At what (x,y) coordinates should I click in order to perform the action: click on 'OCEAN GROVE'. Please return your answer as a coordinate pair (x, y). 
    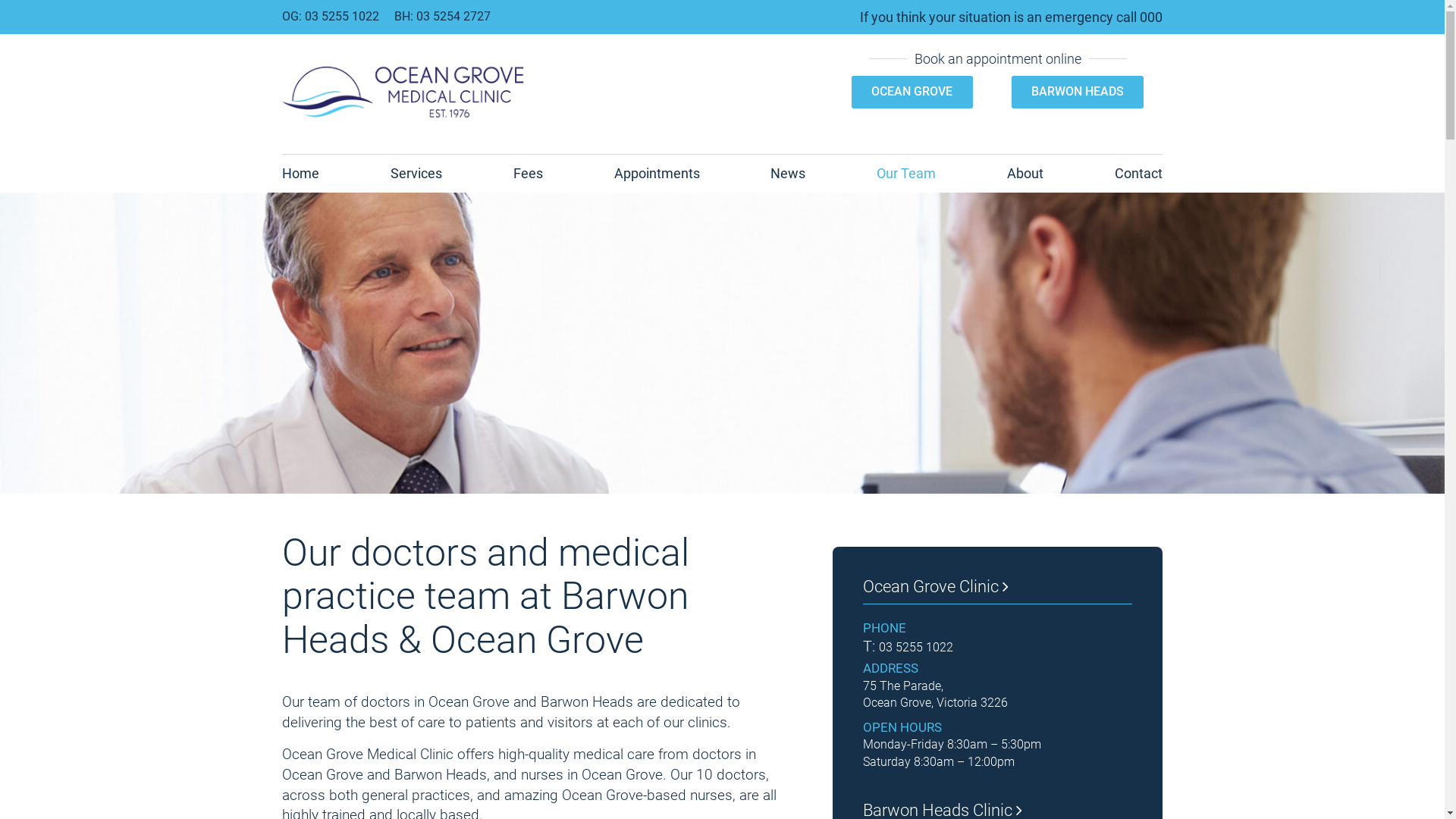
    Looking at the image, I should click on (911, 91).